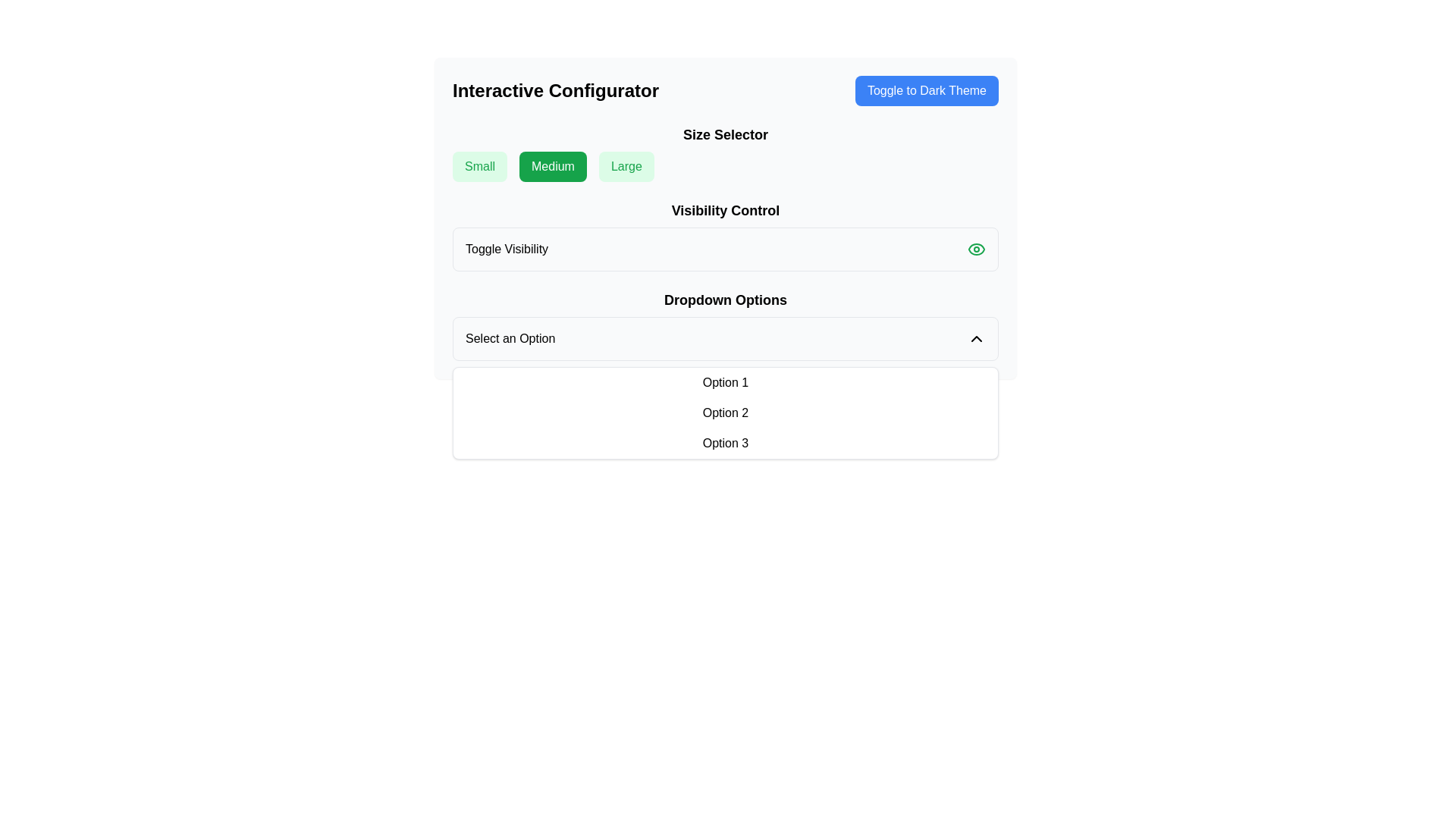 This screenshot has height=819, width=1456. I want to click on the medium size selector button, which is the second button in the Size Selector group located near the top-left area of the interface, so click(552, 166).